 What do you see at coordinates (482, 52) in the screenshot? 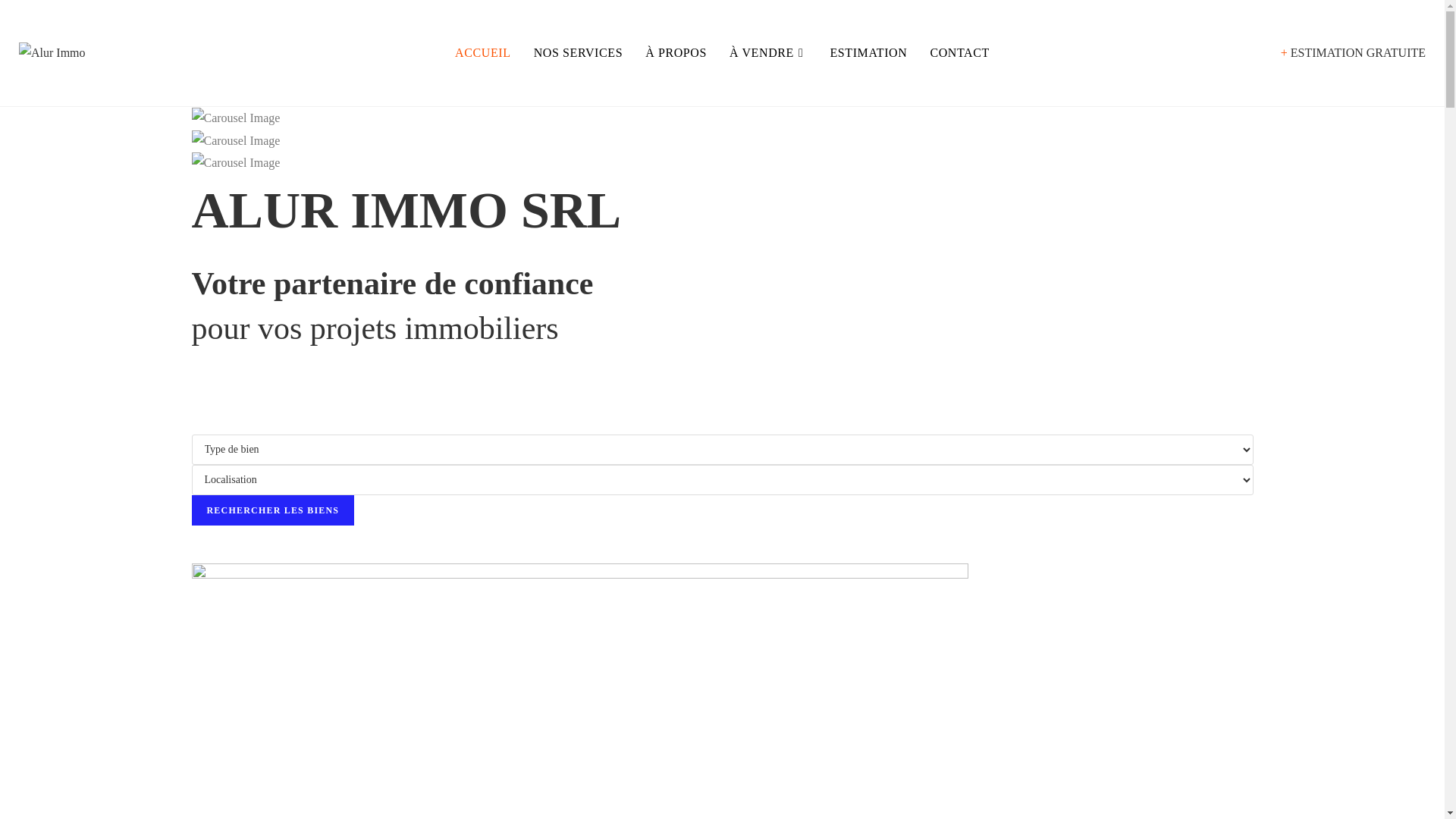
I see `'ACCUEIL'` at bounding box center [482, 52].